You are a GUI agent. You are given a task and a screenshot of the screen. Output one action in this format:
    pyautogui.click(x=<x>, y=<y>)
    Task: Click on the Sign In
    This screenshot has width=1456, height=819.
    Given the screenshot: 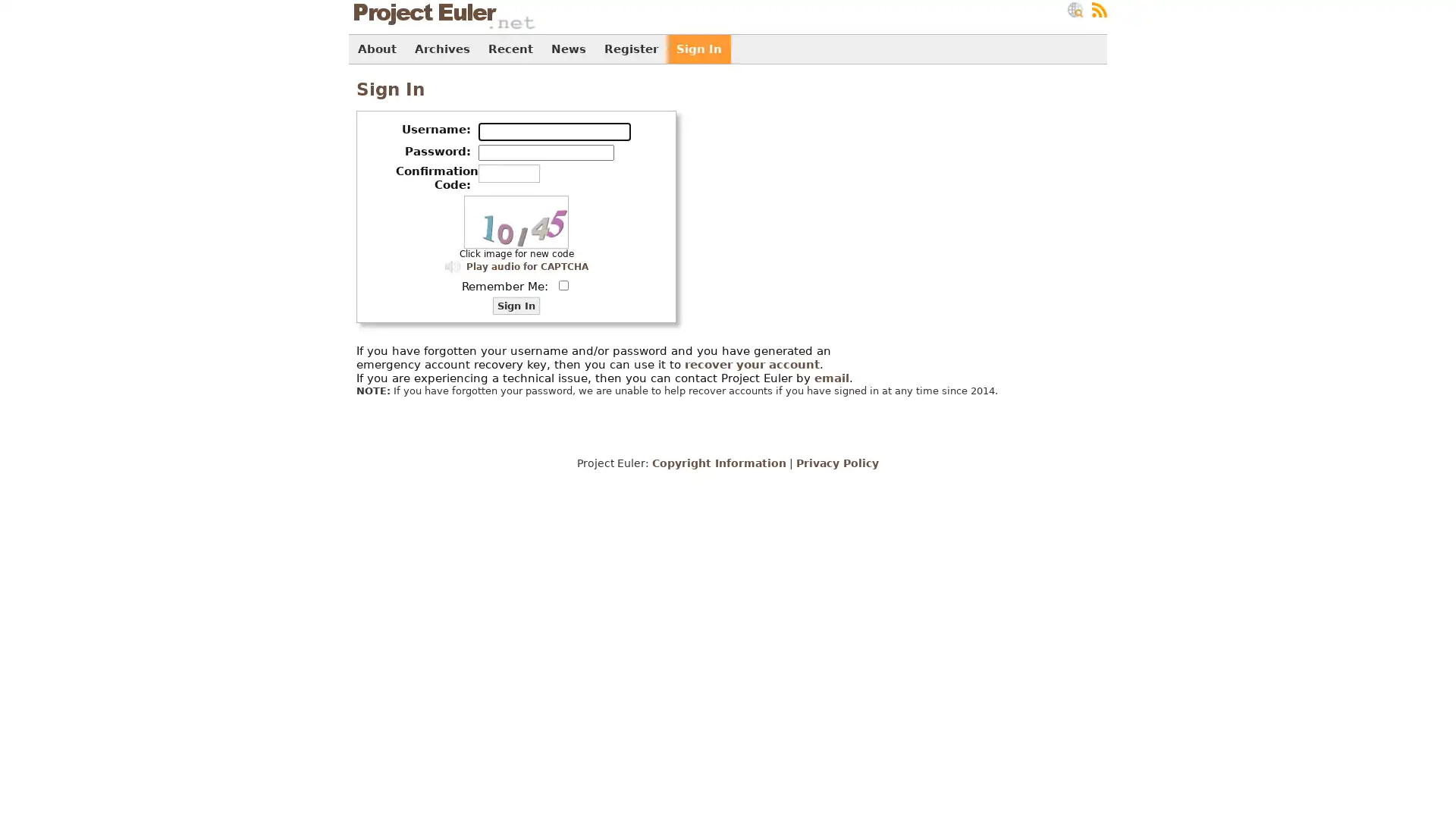 What is the action you would take?
    pyautogui.click(x=516, y=306)
    